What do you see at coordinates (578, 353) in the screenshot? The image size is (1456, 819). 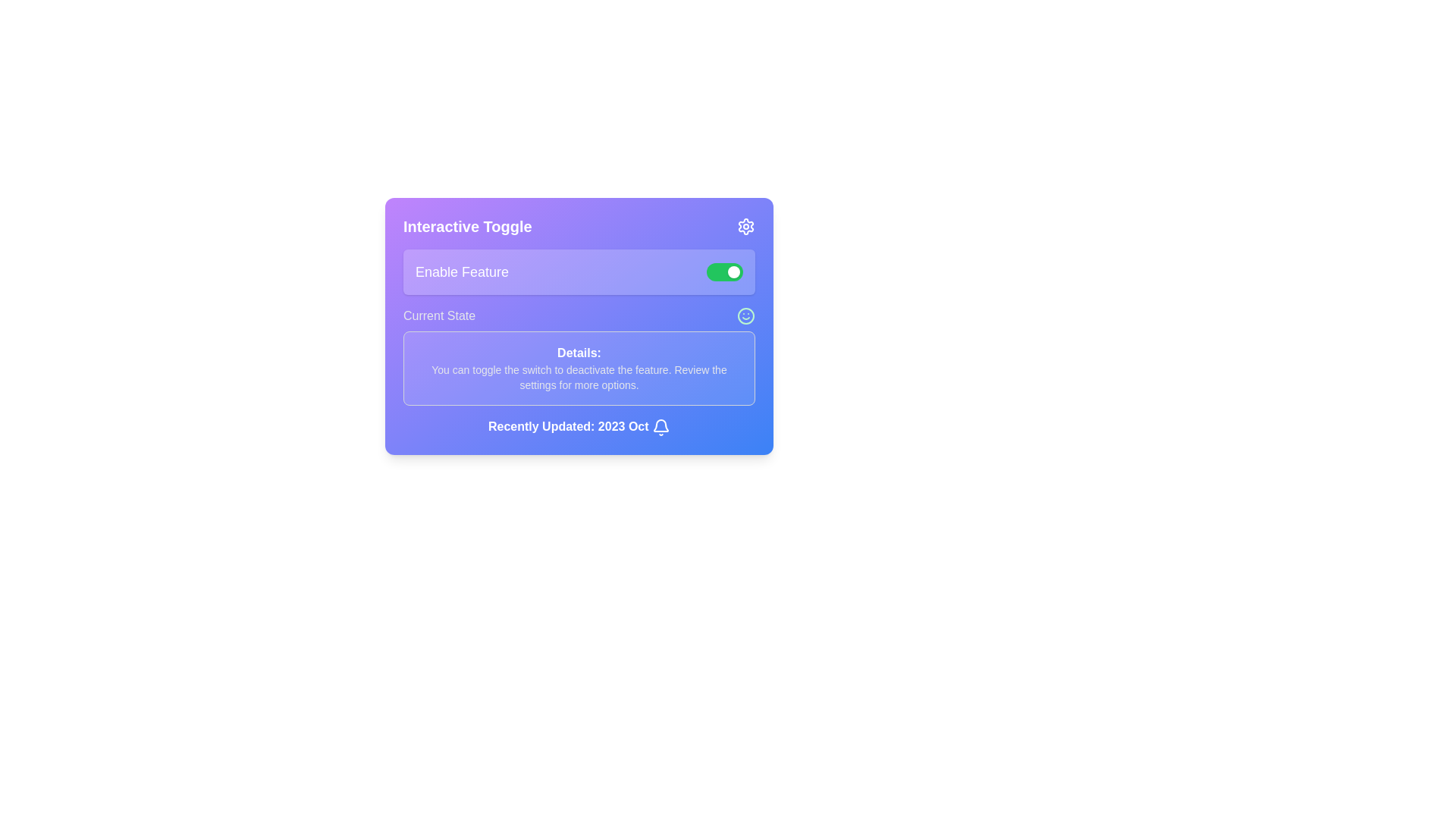 I see `the text label that reads 'Details:', which is styled in white color and located below and to the right of the 'Current State' label` at bounding box center [578, 353].